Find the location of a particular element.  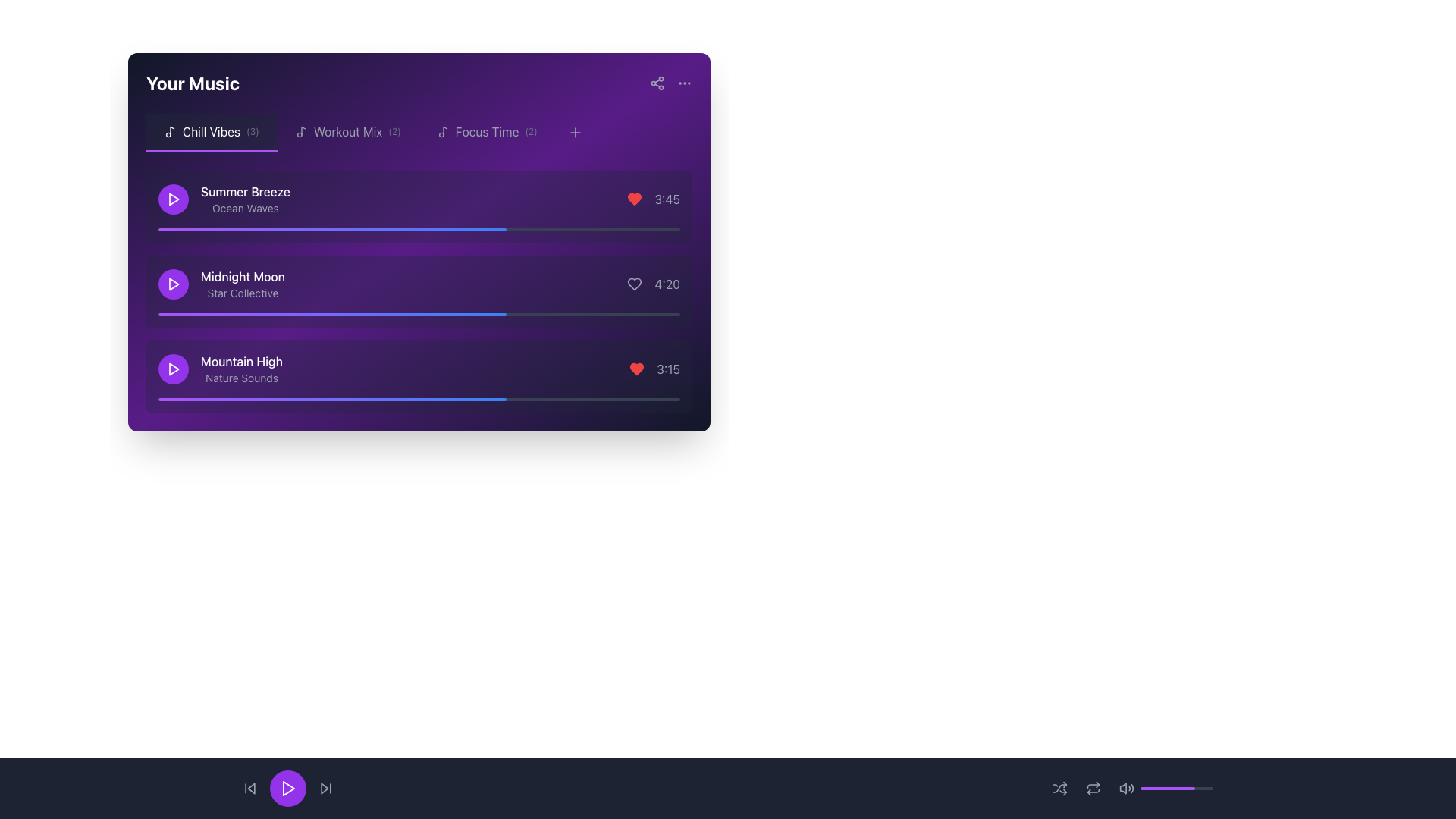

the progress indicator of the second track 'Midnight Moon' by 'Star Collective', which is a horizontal bar with a gradient background transitioning from purple to blue is located at coordinates (331, 314).